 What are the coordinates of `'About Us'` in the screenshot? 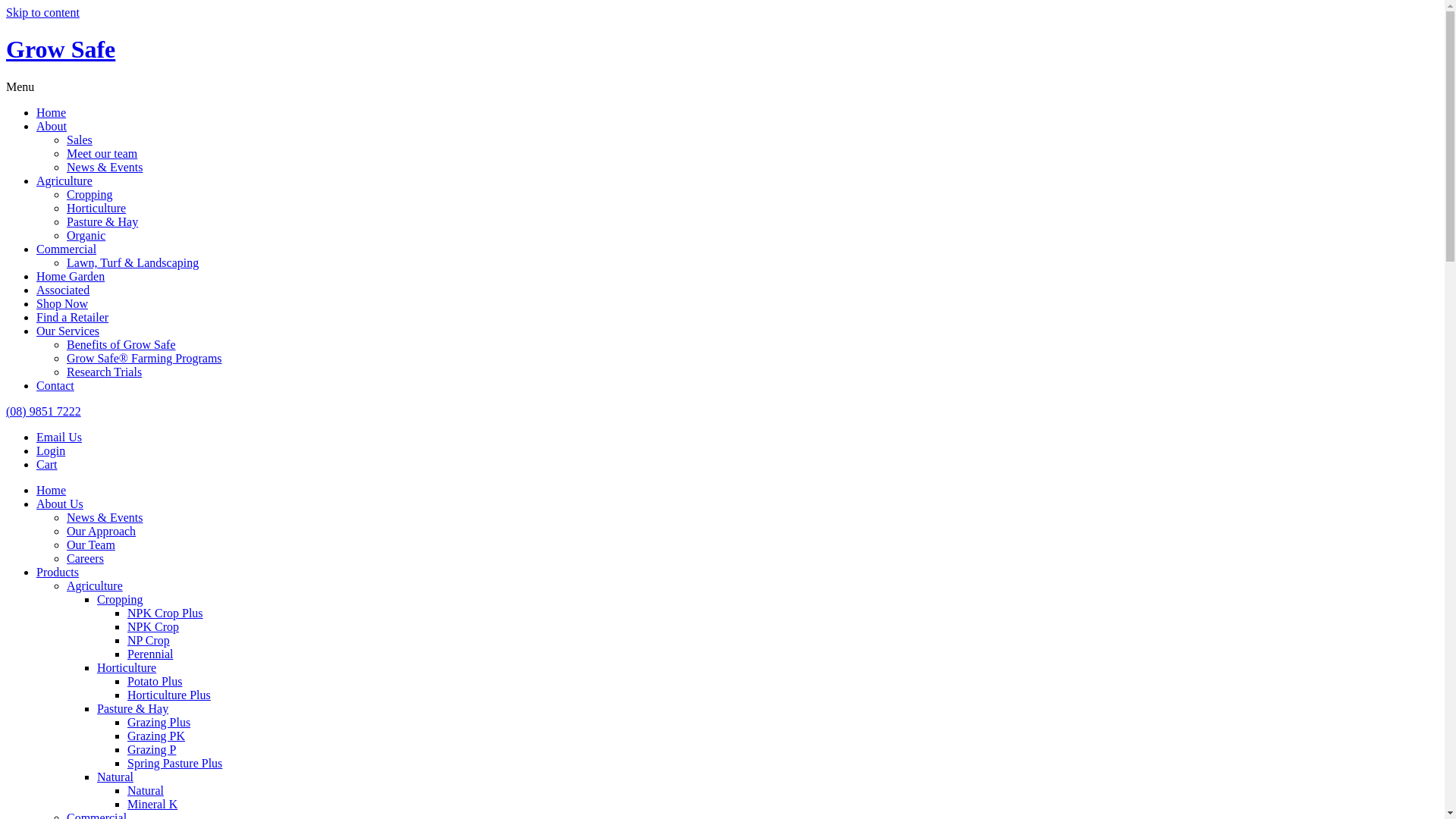 It's located at (59, 504).